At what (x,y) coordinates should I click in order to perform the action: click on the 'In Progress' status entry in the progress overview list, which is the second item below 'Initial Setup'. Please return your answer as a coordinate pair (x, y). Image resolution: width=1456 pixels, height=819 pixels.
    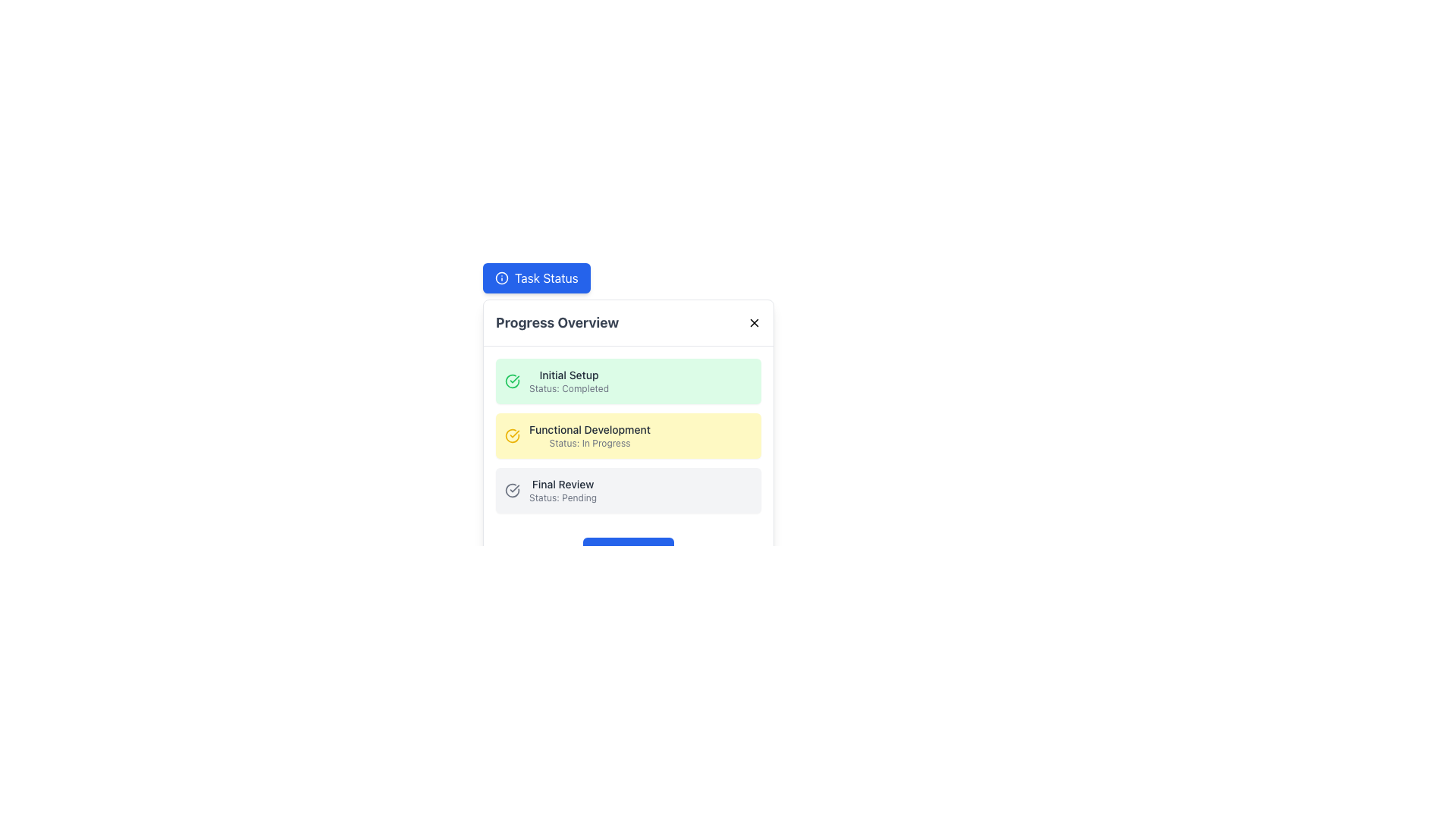
    Looking at the image, I should click on (629, 435).